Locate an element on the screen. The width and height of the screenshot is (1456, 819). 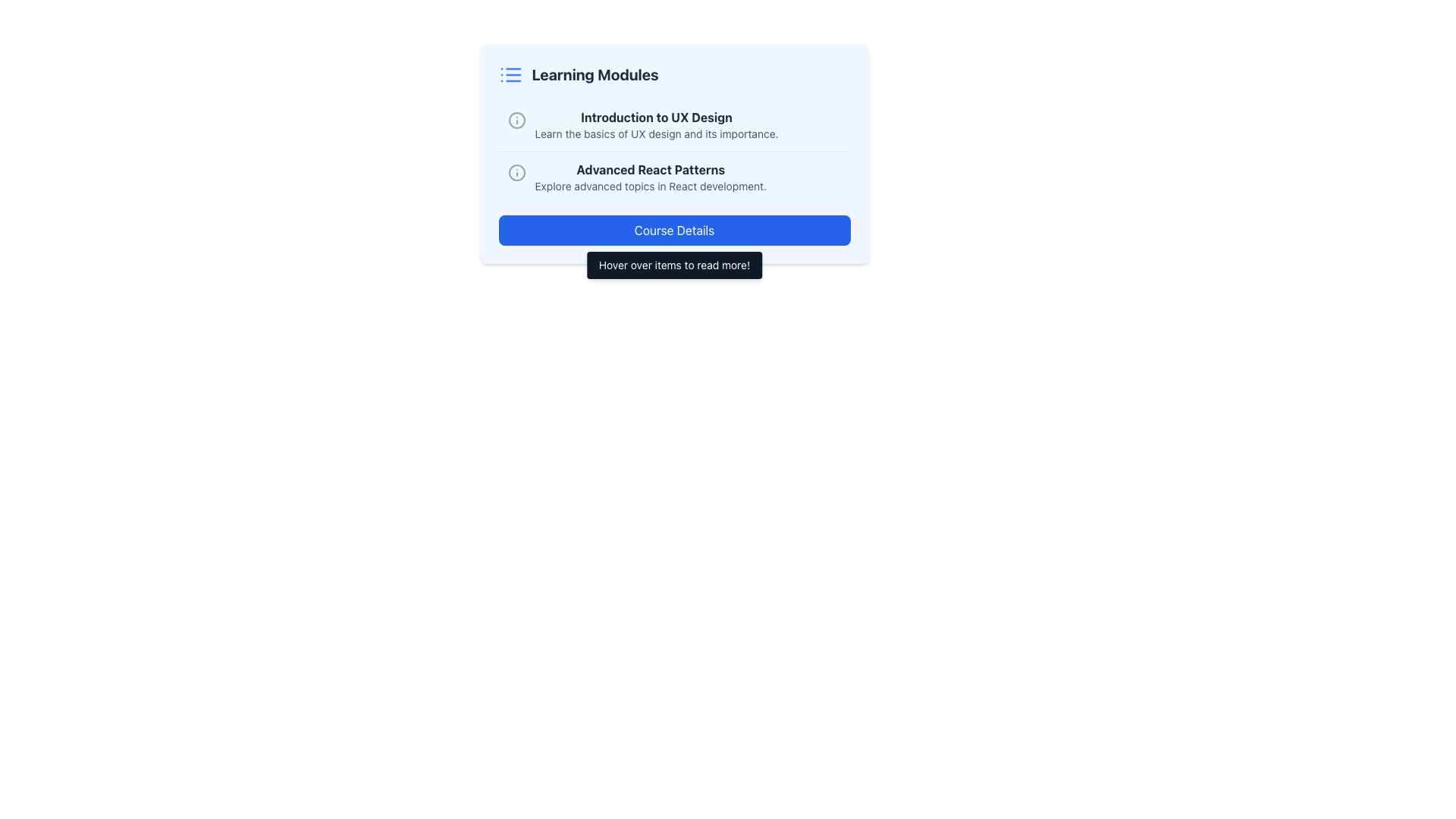
the appearance of the circular graphical component within the icon structure, which is positioned to the left of the 'Advanced React Patterns' text is located at coordinates (516, 119).